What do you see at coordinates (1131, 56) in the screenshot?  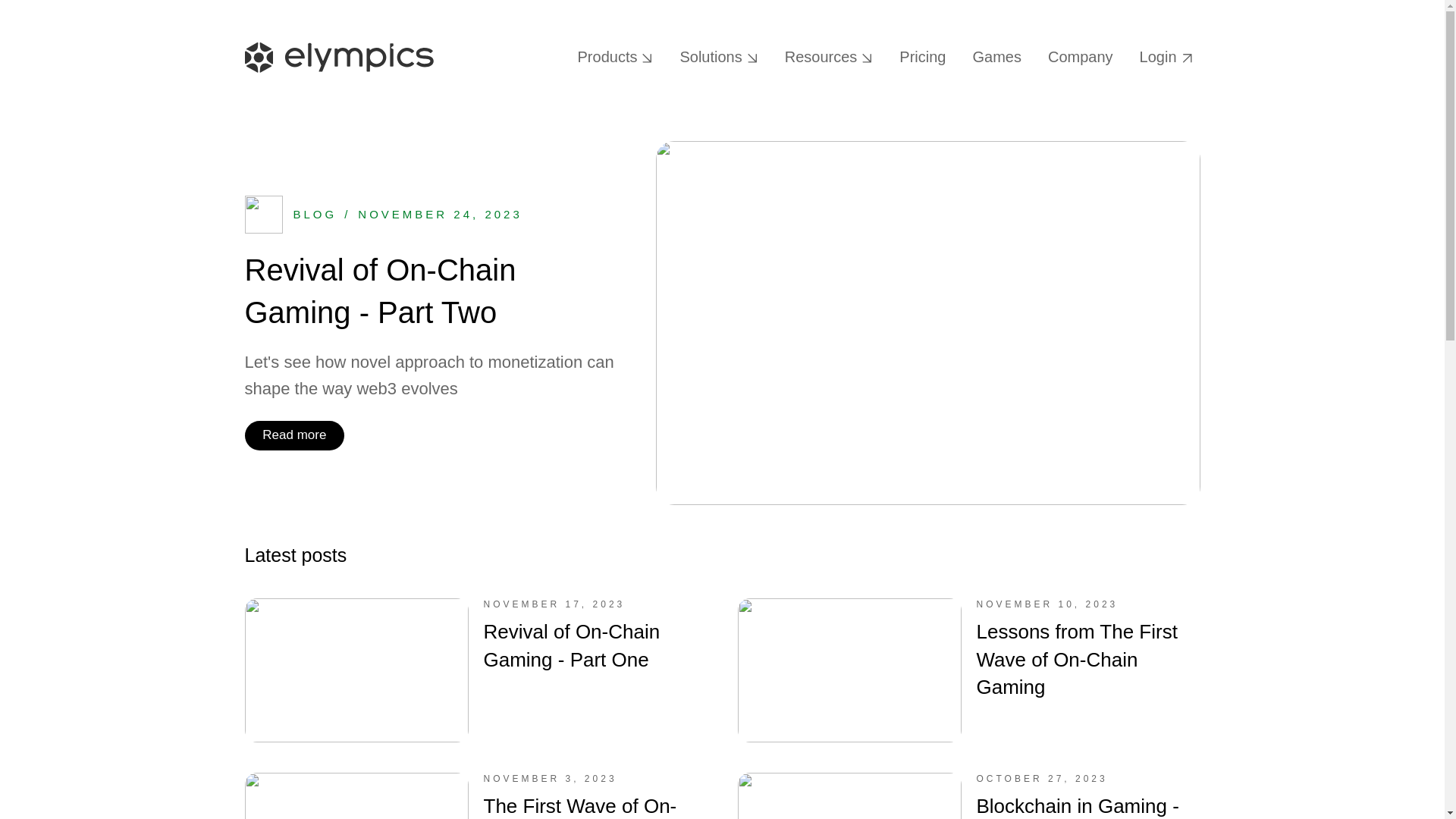 I see `'Login'` at bounding box center [1131, 56].